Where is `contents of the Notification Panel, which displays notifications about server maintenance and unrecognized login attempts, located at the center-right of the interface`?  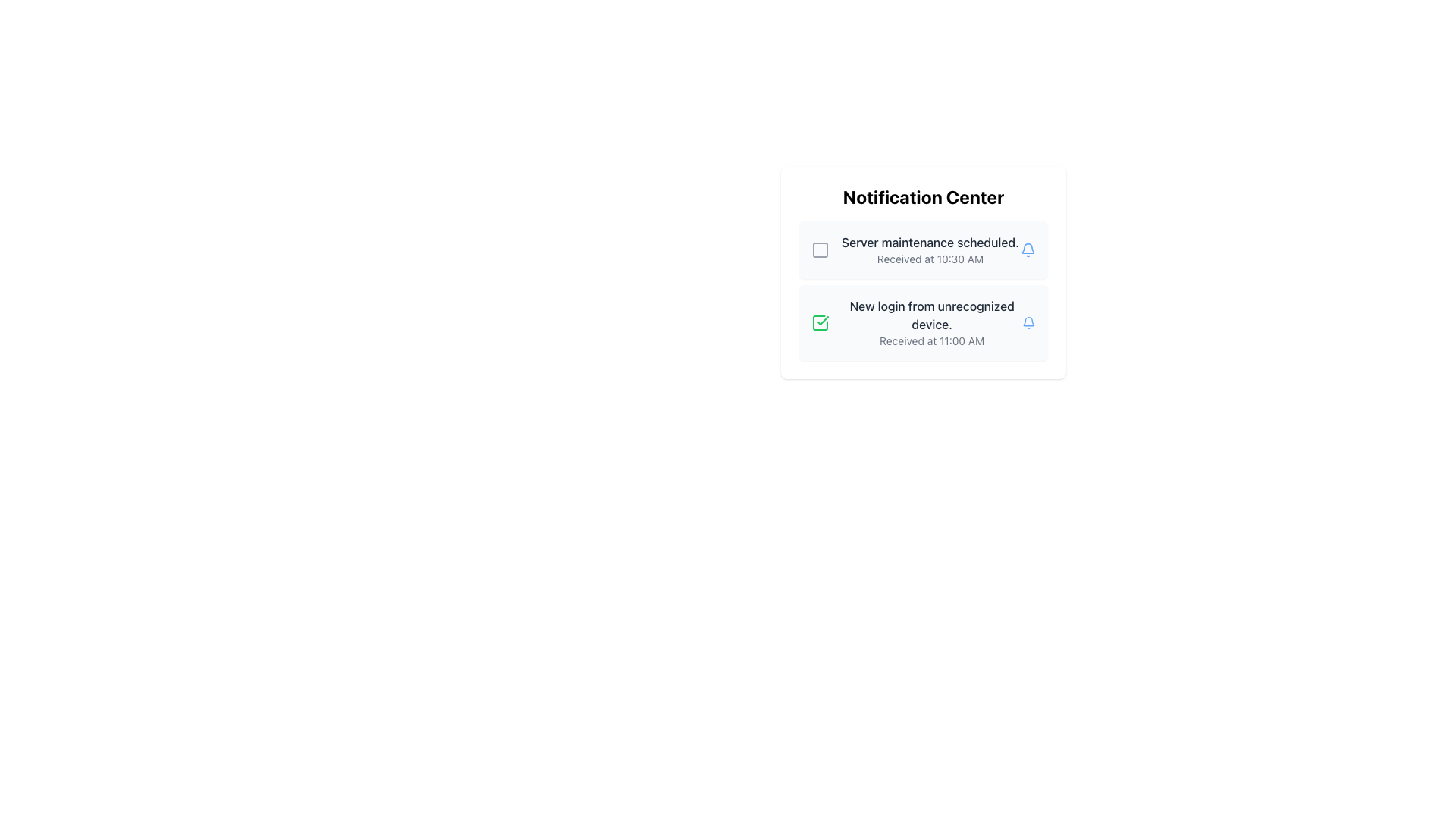 contents of the Notification Panel, which displays notifications about server maintenance and unrecognized login attempts, located at the center-right of the interface is located at coordinates (923, 339).